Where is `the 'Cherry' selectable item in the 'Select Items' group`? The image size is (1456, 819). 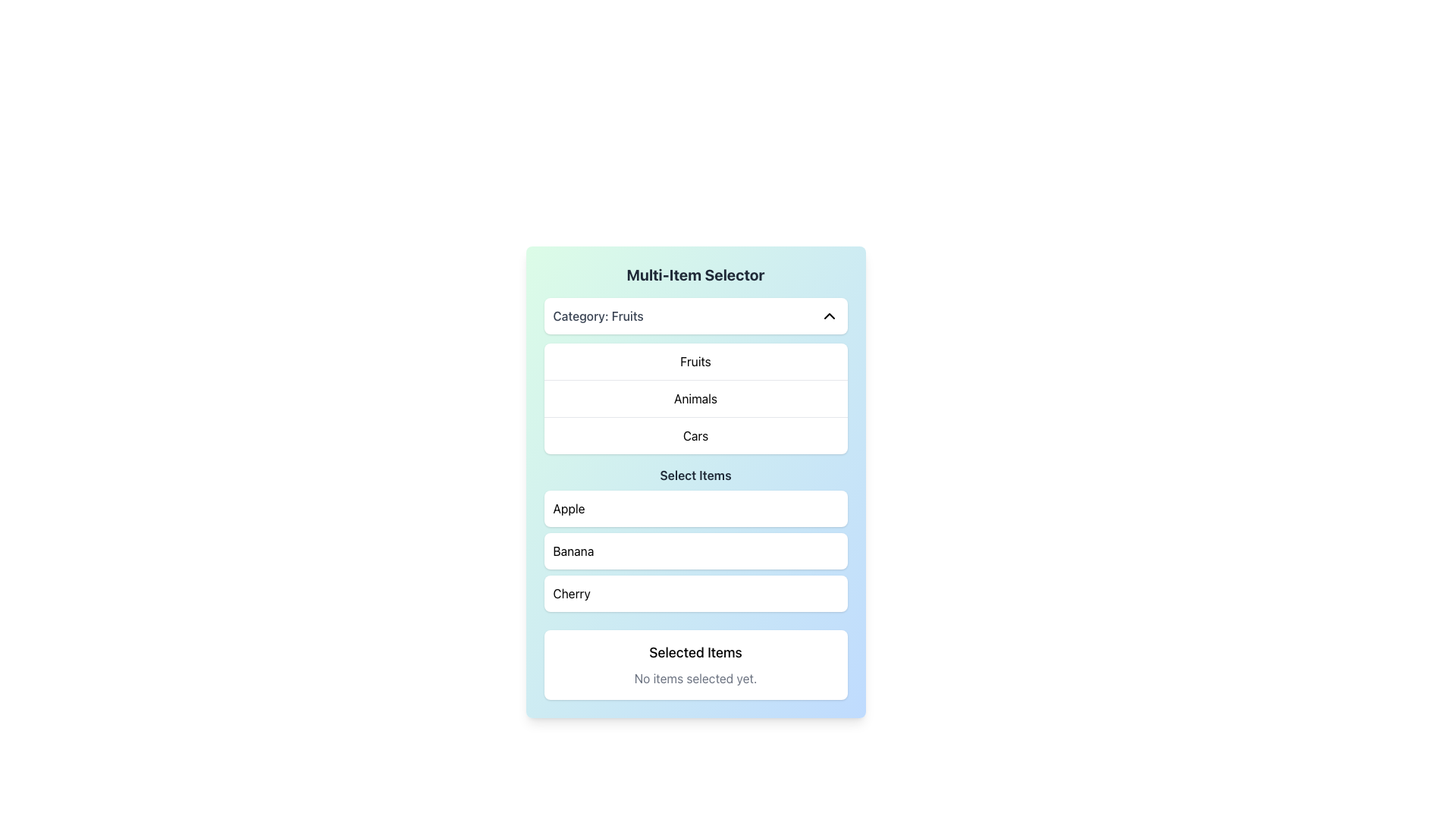 the 'Cherry' selectable item in the 'Select Items' group is located at coordinates (571, 593).